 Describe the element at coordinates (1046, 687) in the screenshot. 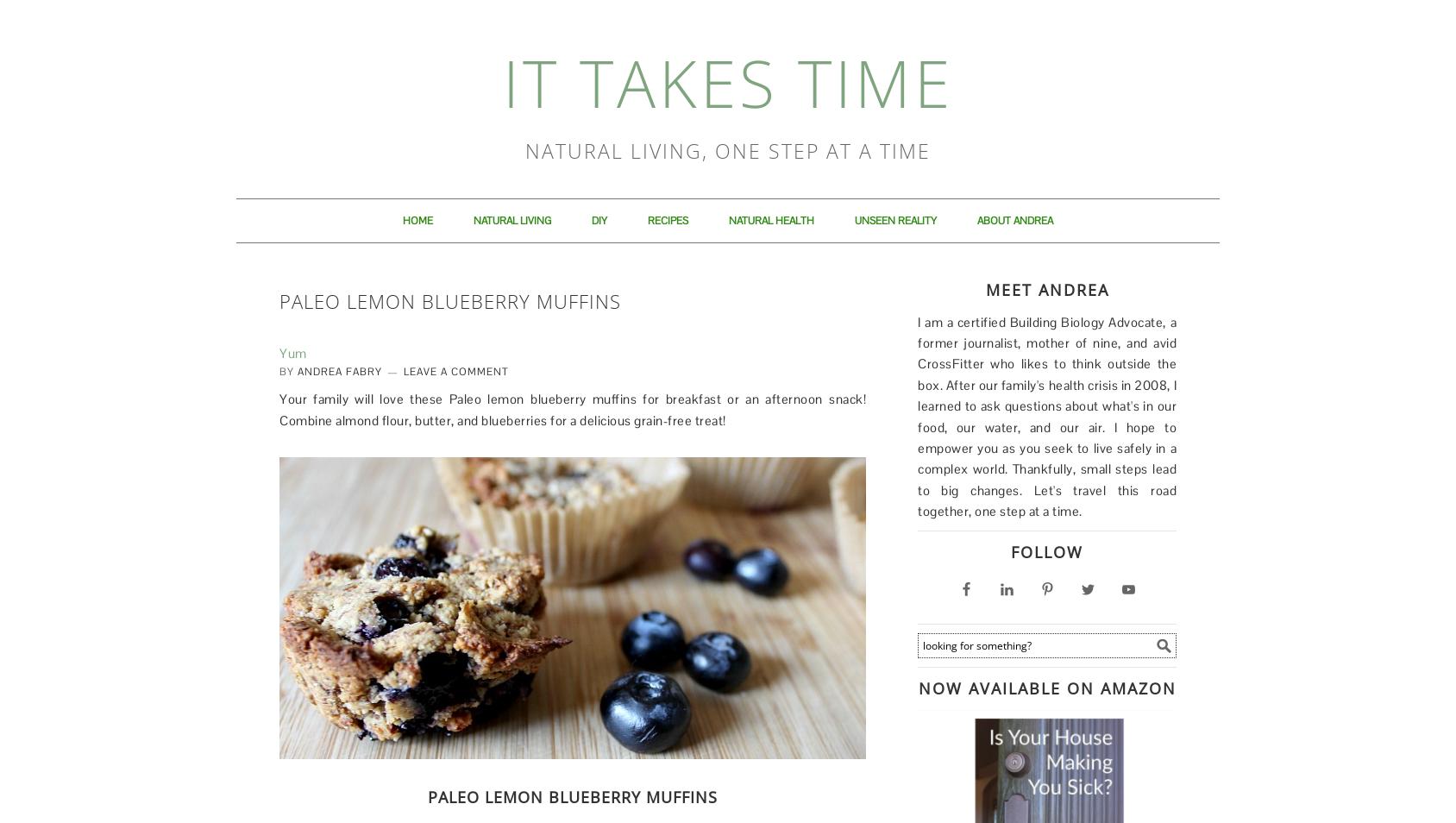

I see `'Now Available on Amazon'` at that location.